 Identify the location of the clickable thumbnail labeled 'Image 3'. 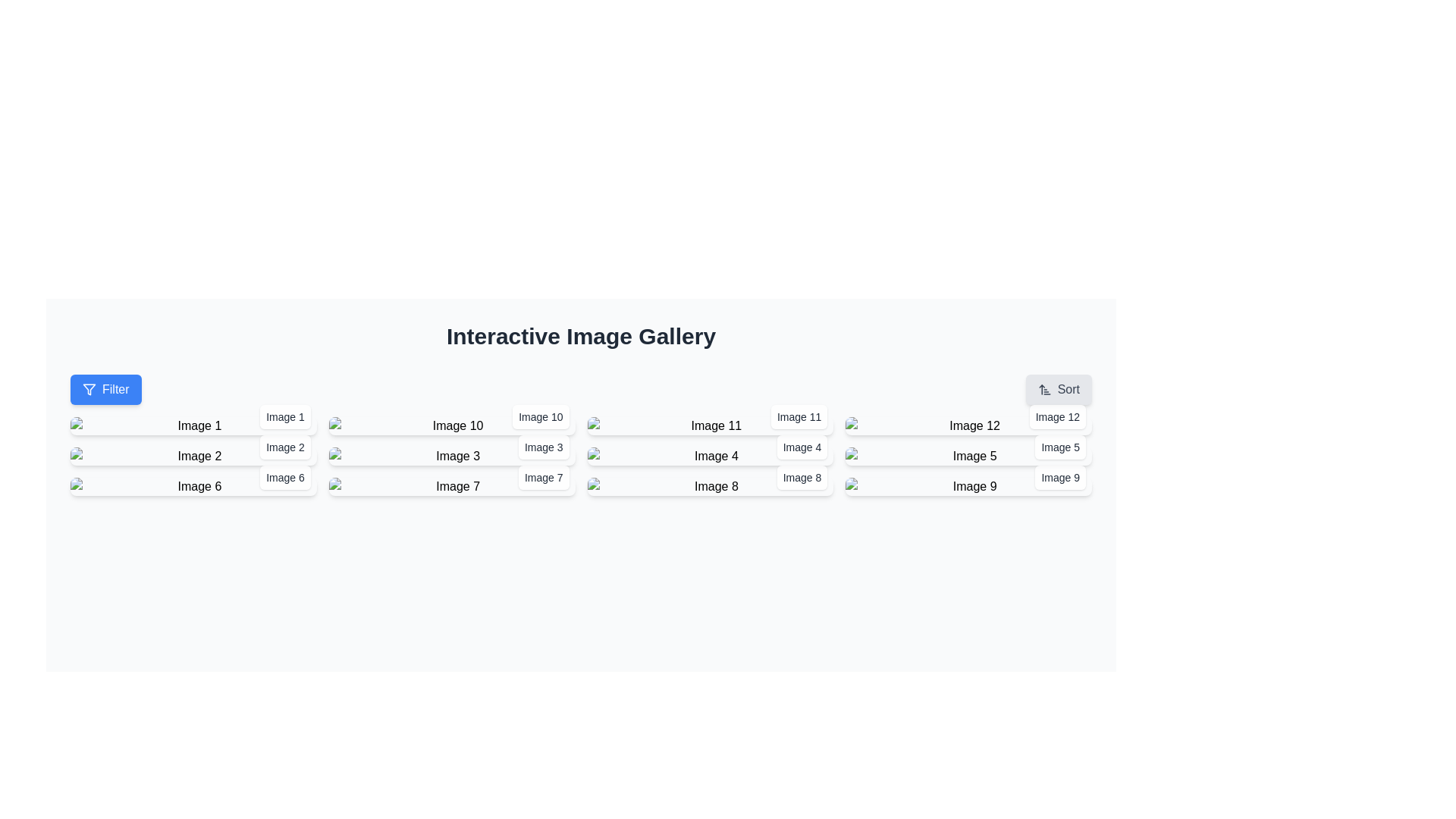
(451, 455).